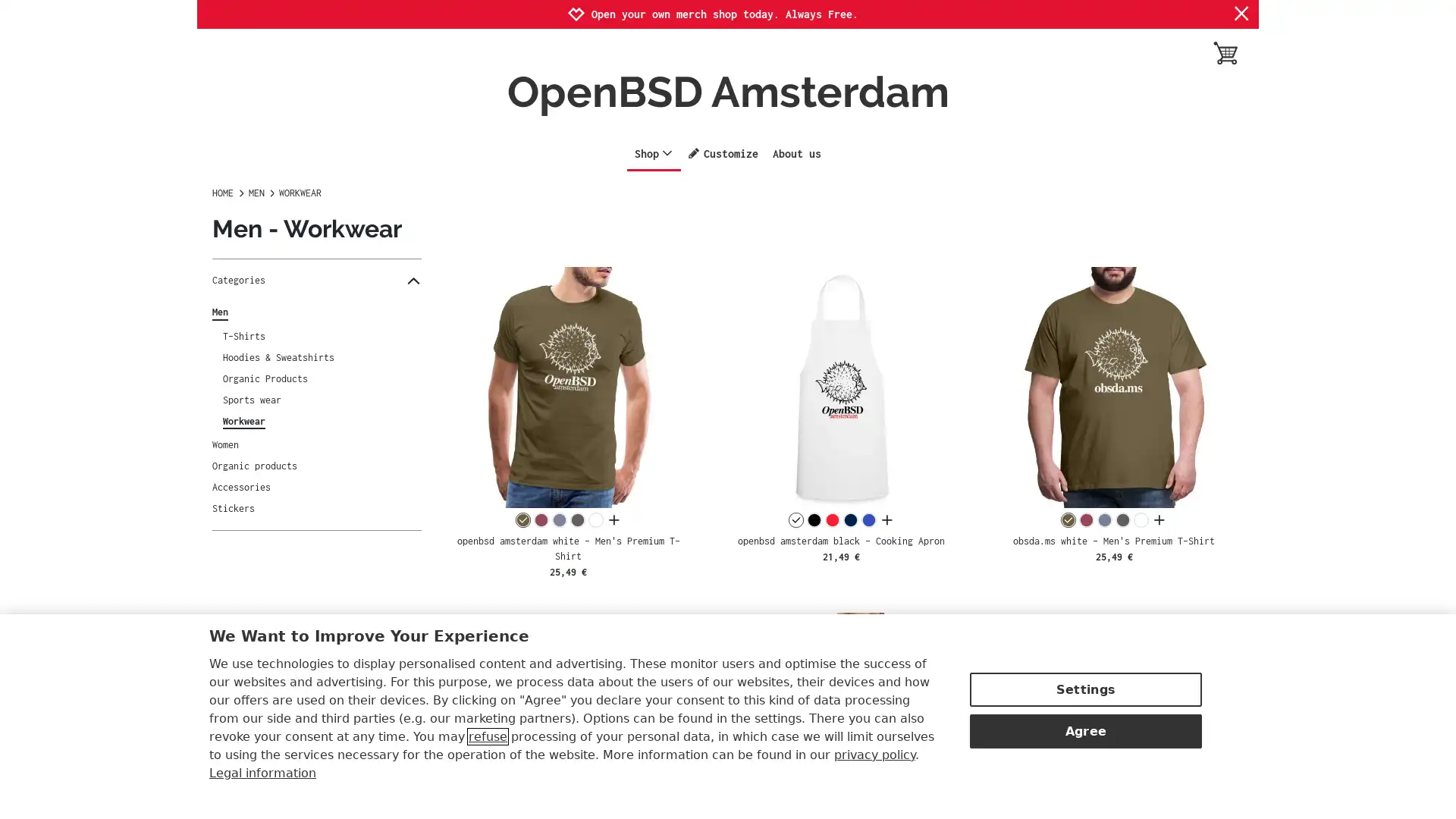  What do you see at coordinates (576, 519) in the screenshot?
I see `charcoal grey` at bounding box center [576, 519].